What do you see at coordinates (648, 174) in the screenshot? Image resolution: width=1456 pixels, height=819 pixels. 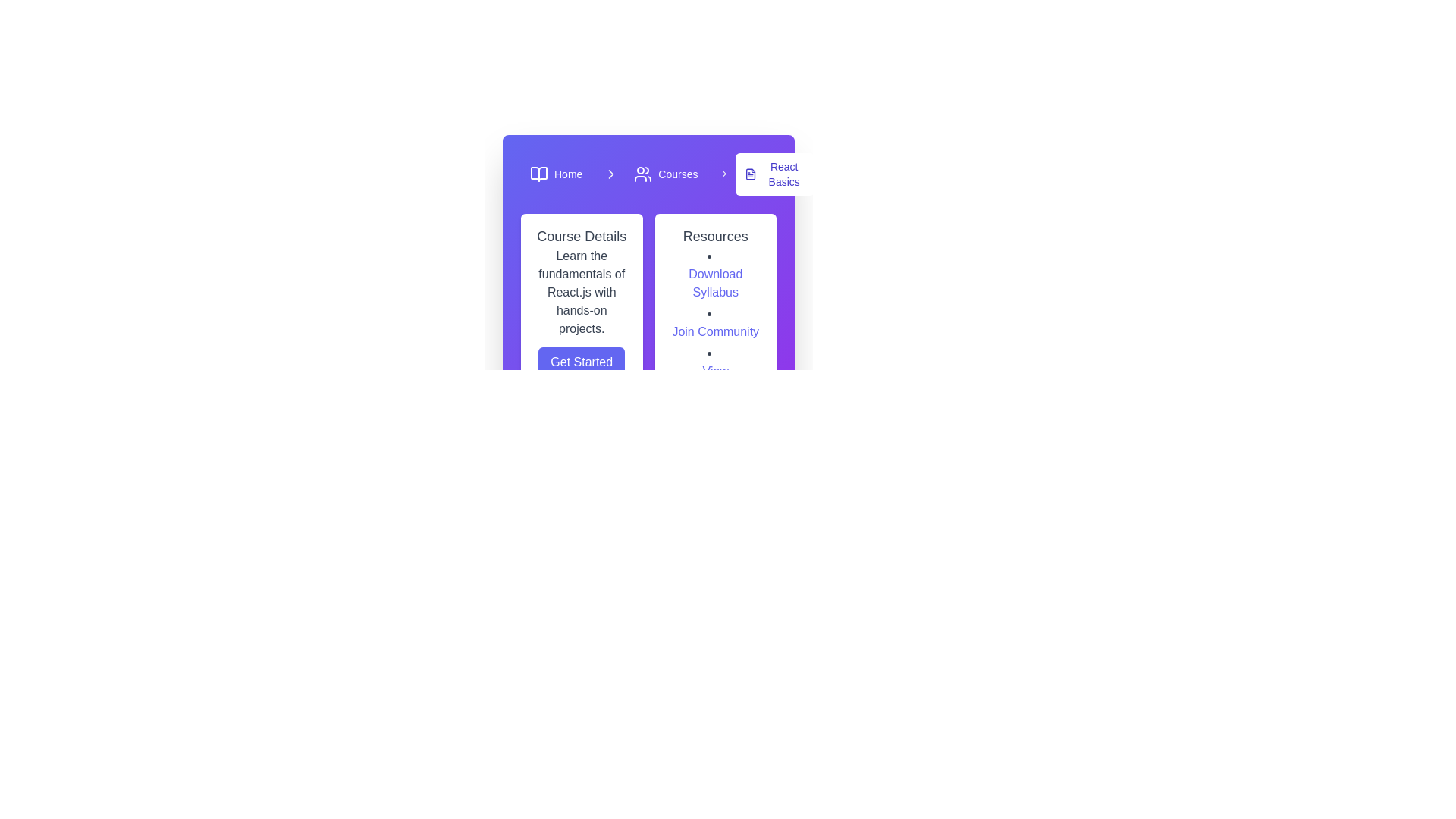 I see `the Breadcrumb navigation bar displaying 'Home > Courses > React Basics' at the top-left of the interface` at bounding box center [648, 174].